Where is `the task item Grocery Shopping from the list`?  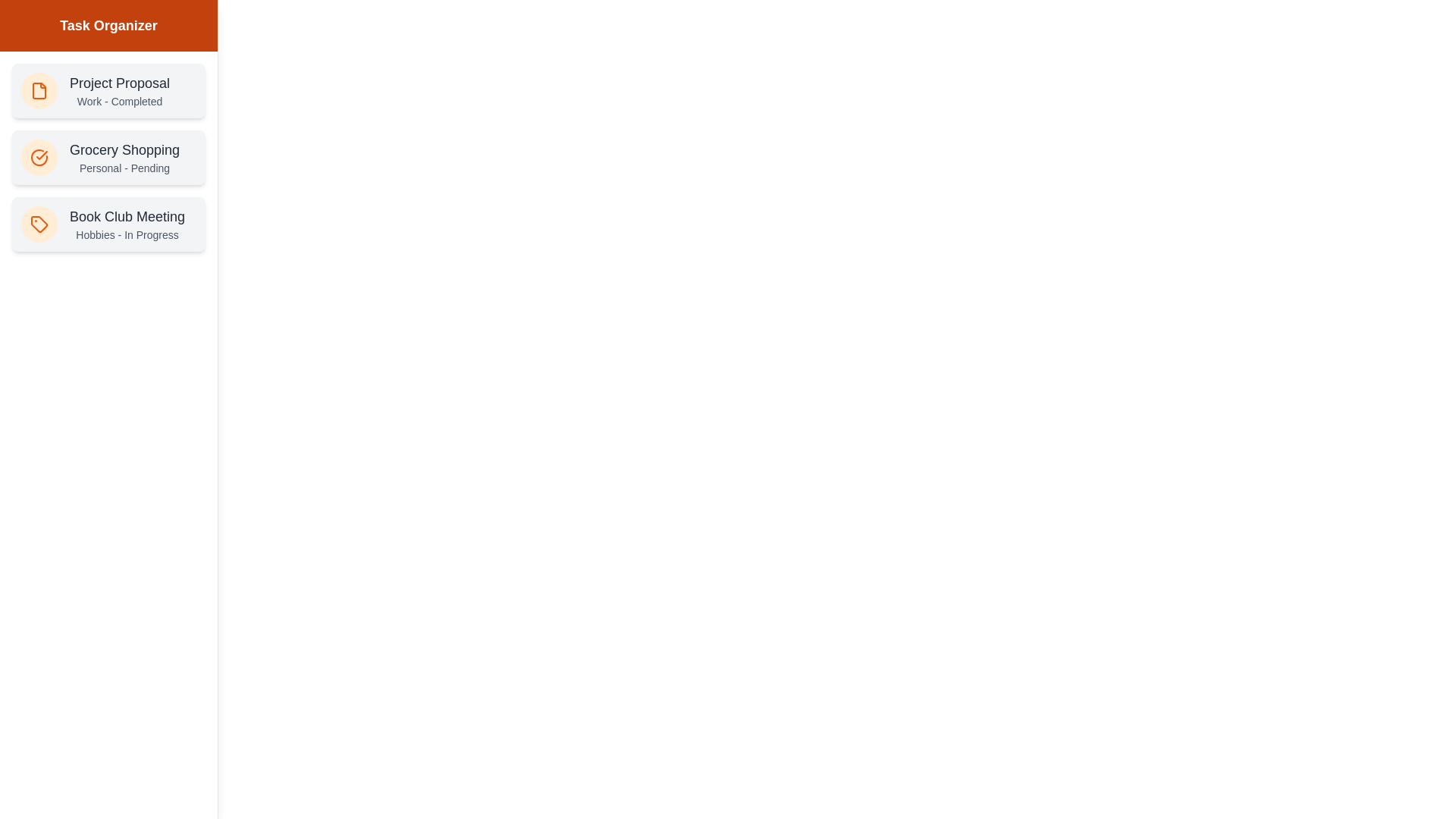 the task item Grocery Shopping from the list is located at coordinates (108, 158).